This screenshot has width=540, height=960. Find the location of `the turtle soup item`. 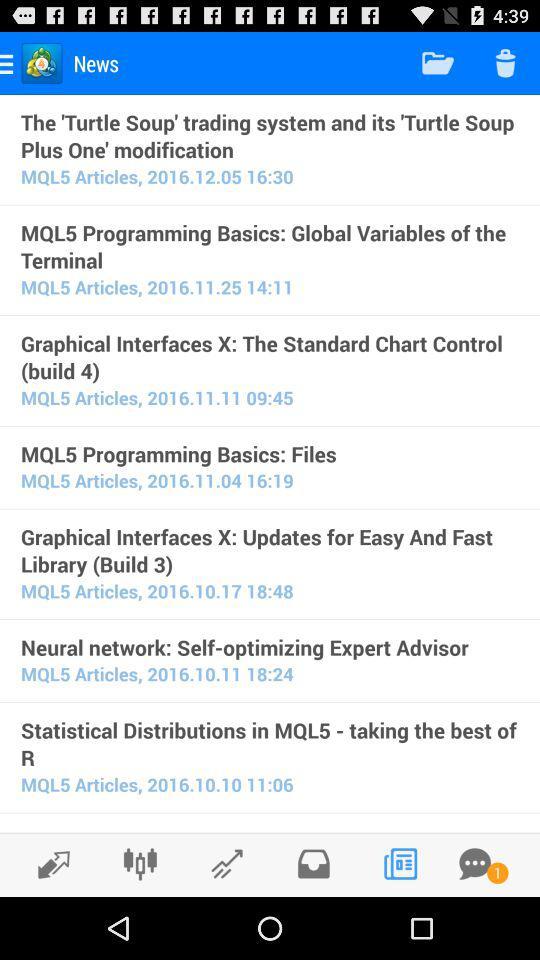

the turtle soup item is located at coordinates (270, 134).